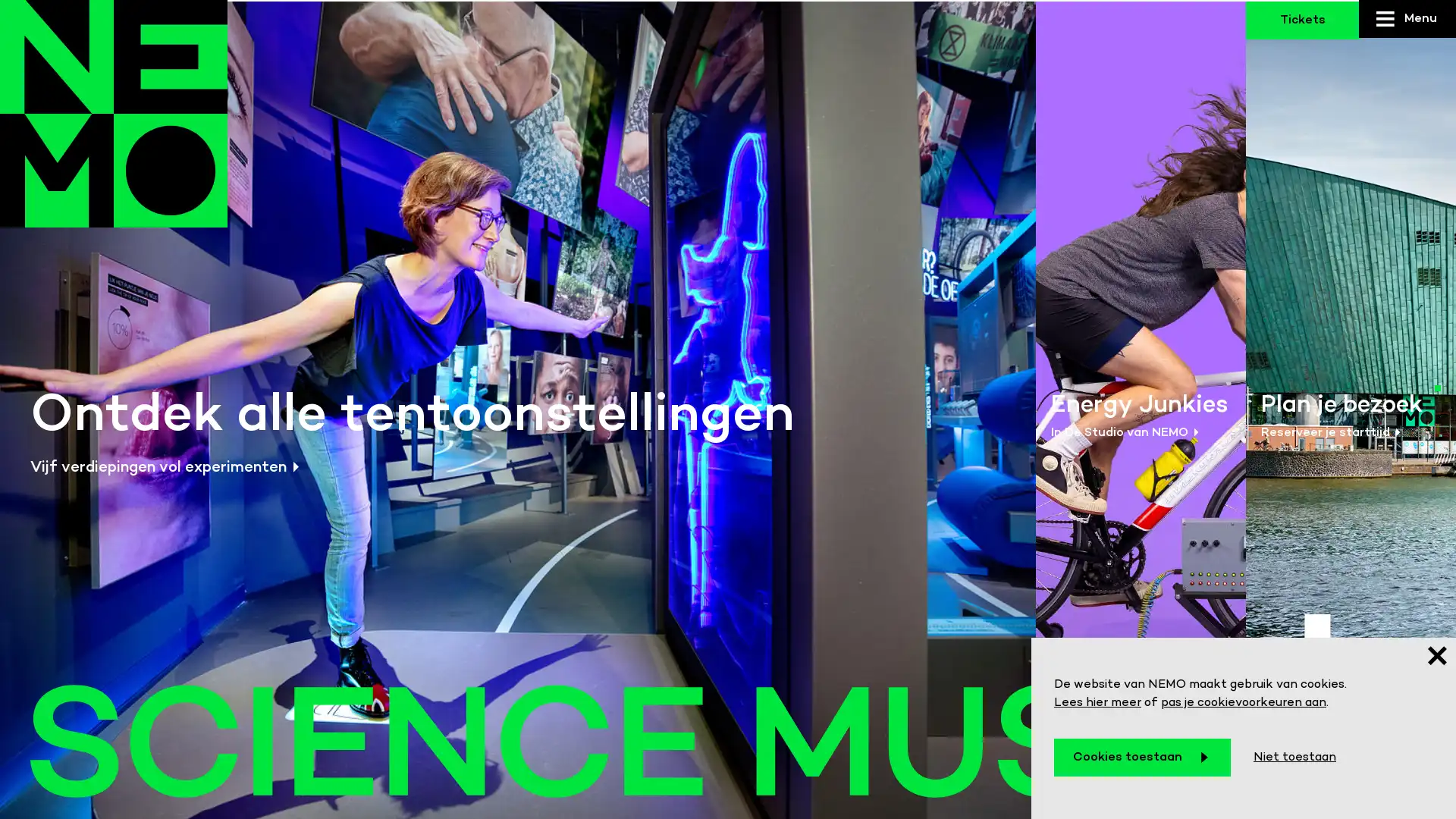 This screenshot has width=1456, height=819. I want to click on Niet toestaan, so click(1294, 758).